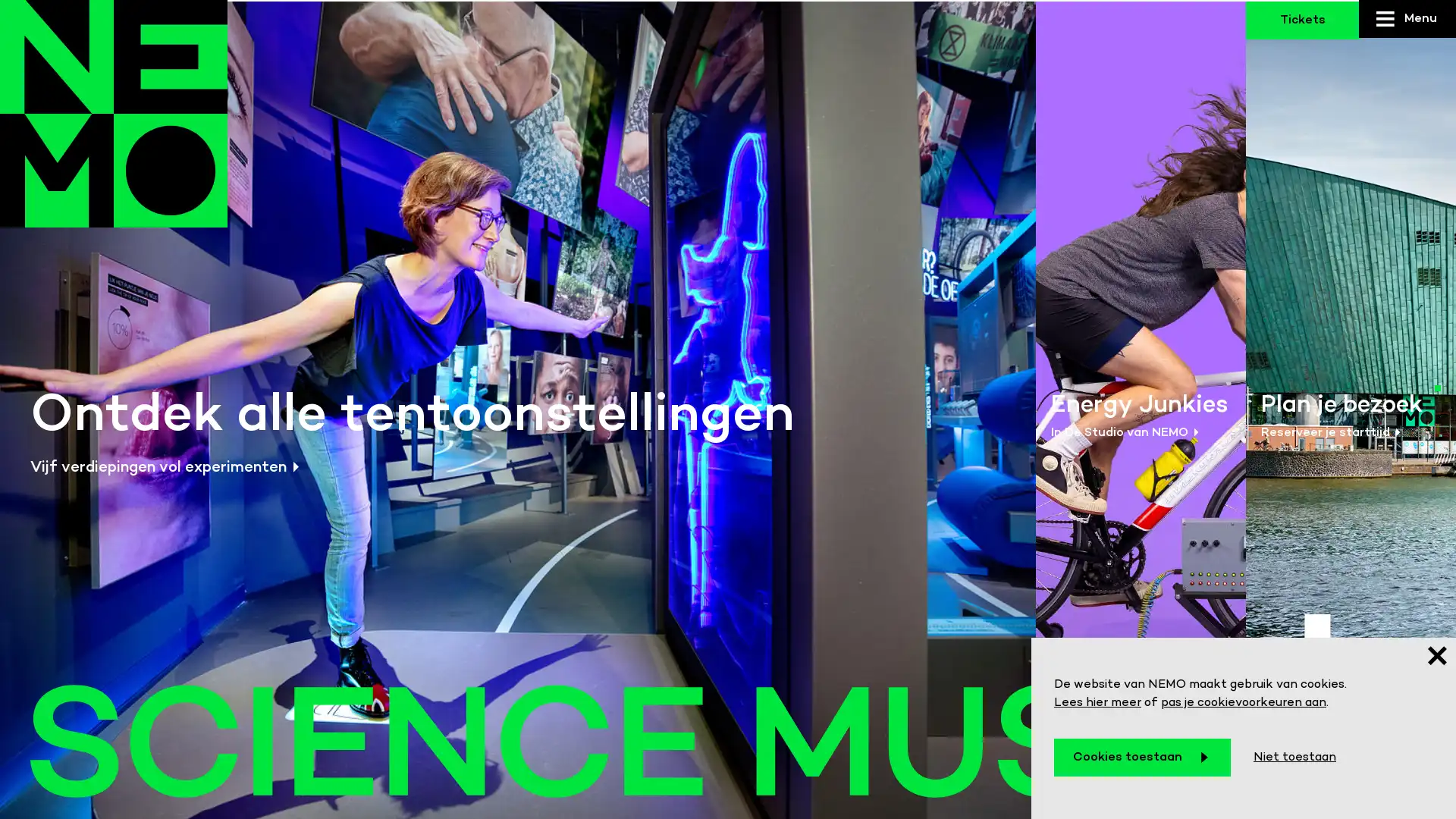 This screenshot has width=1456, height=819. I want to click on Niet toestaan, so click(1294, 758).